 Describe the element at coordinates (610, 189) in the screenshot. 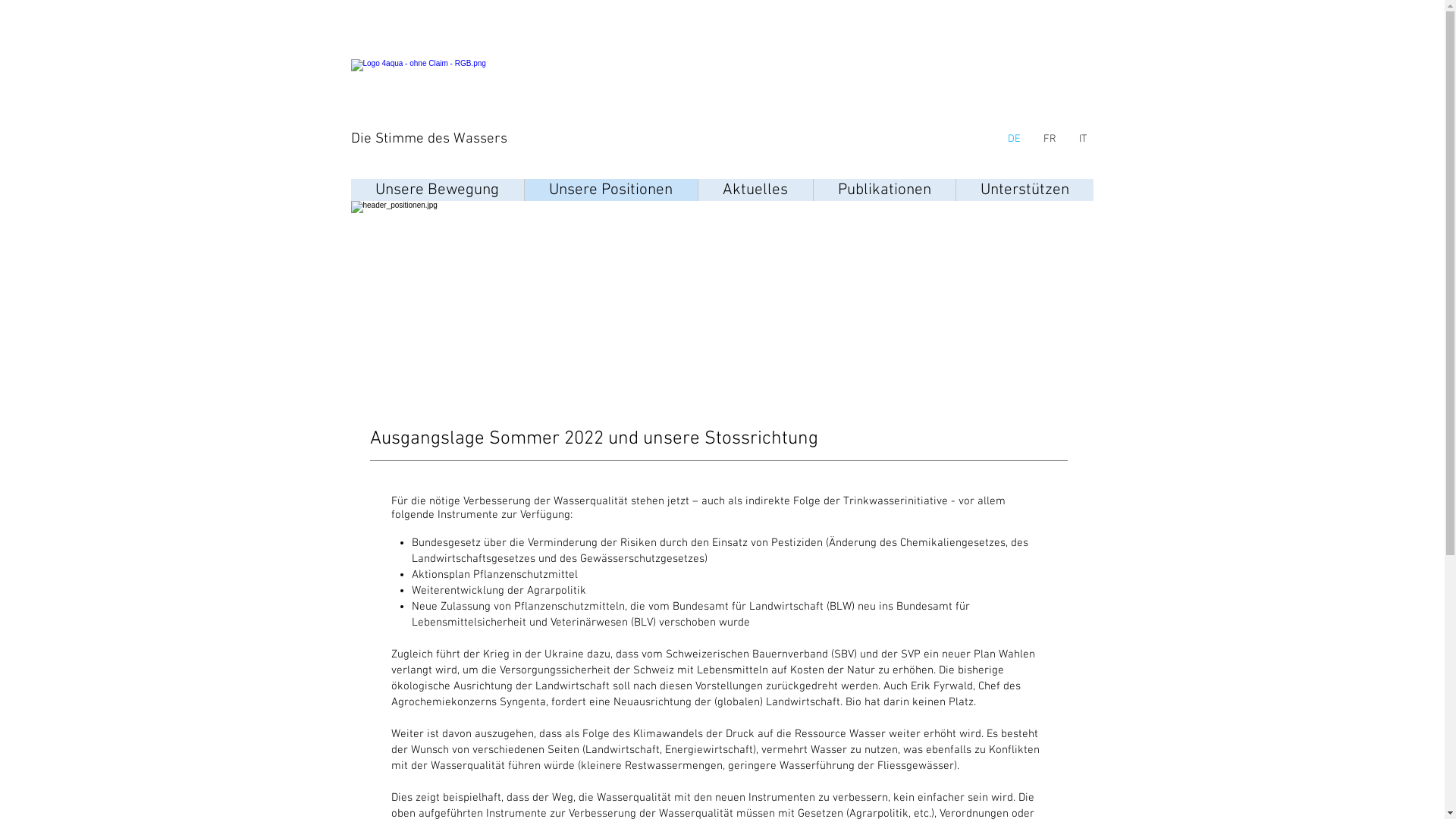

I see `'Unsere Positionen'` at that location.